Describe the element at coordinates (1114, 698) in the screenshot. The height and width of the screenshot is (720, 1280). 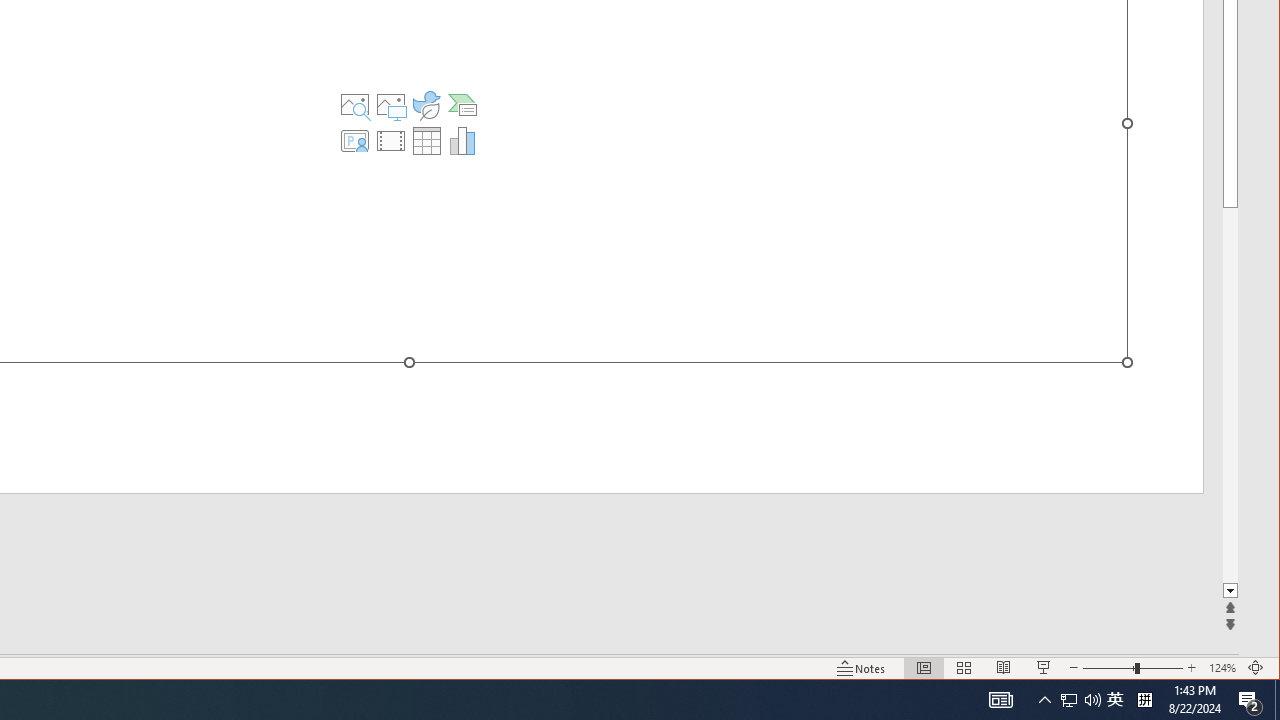
I see `'Q2790: 100%'` at that location.